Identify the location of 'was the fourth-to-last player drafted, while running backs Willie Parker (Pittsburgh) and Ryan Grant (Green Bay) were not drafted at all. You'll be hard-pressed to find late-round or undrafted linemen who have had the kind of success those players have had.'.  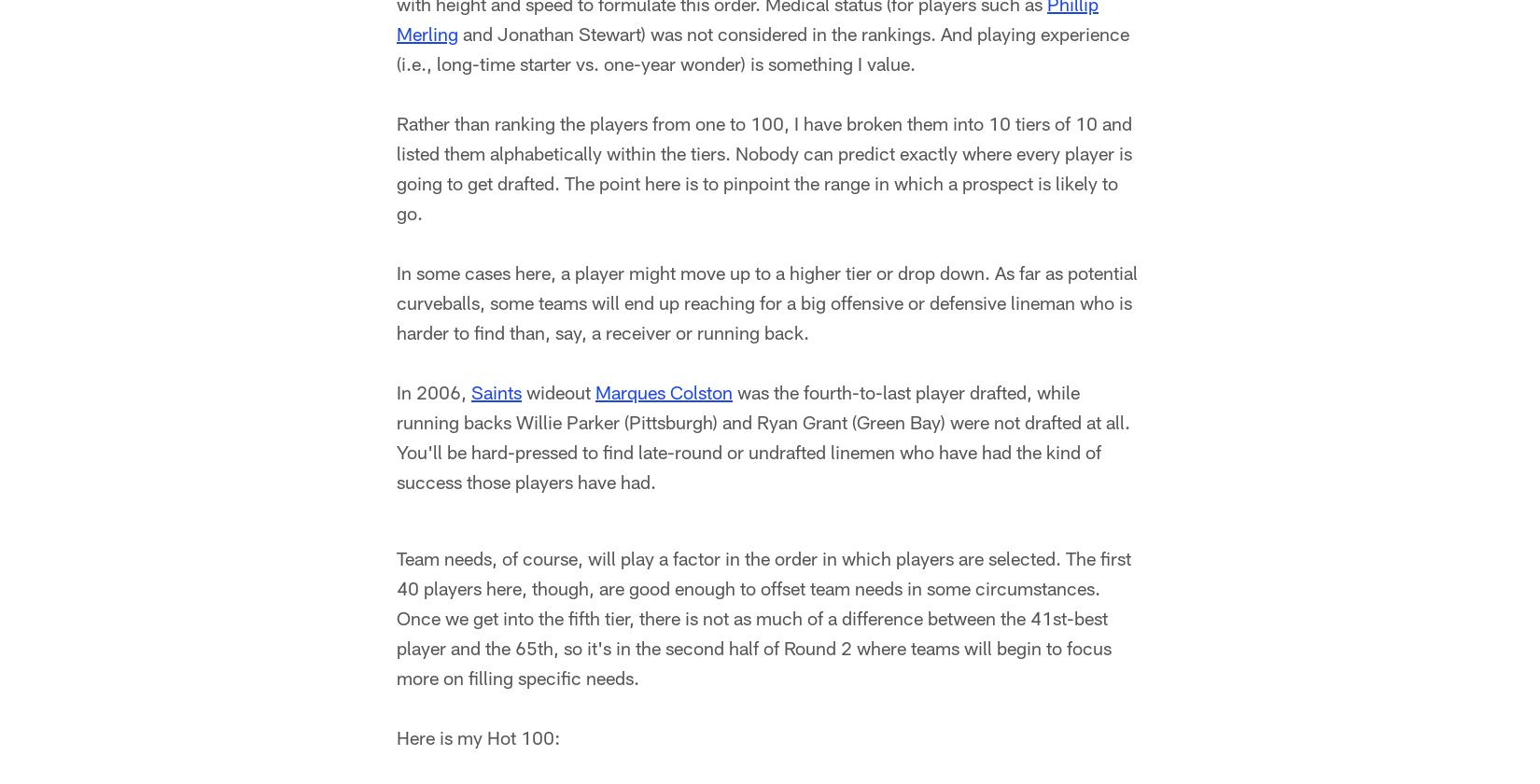
(396, 440).